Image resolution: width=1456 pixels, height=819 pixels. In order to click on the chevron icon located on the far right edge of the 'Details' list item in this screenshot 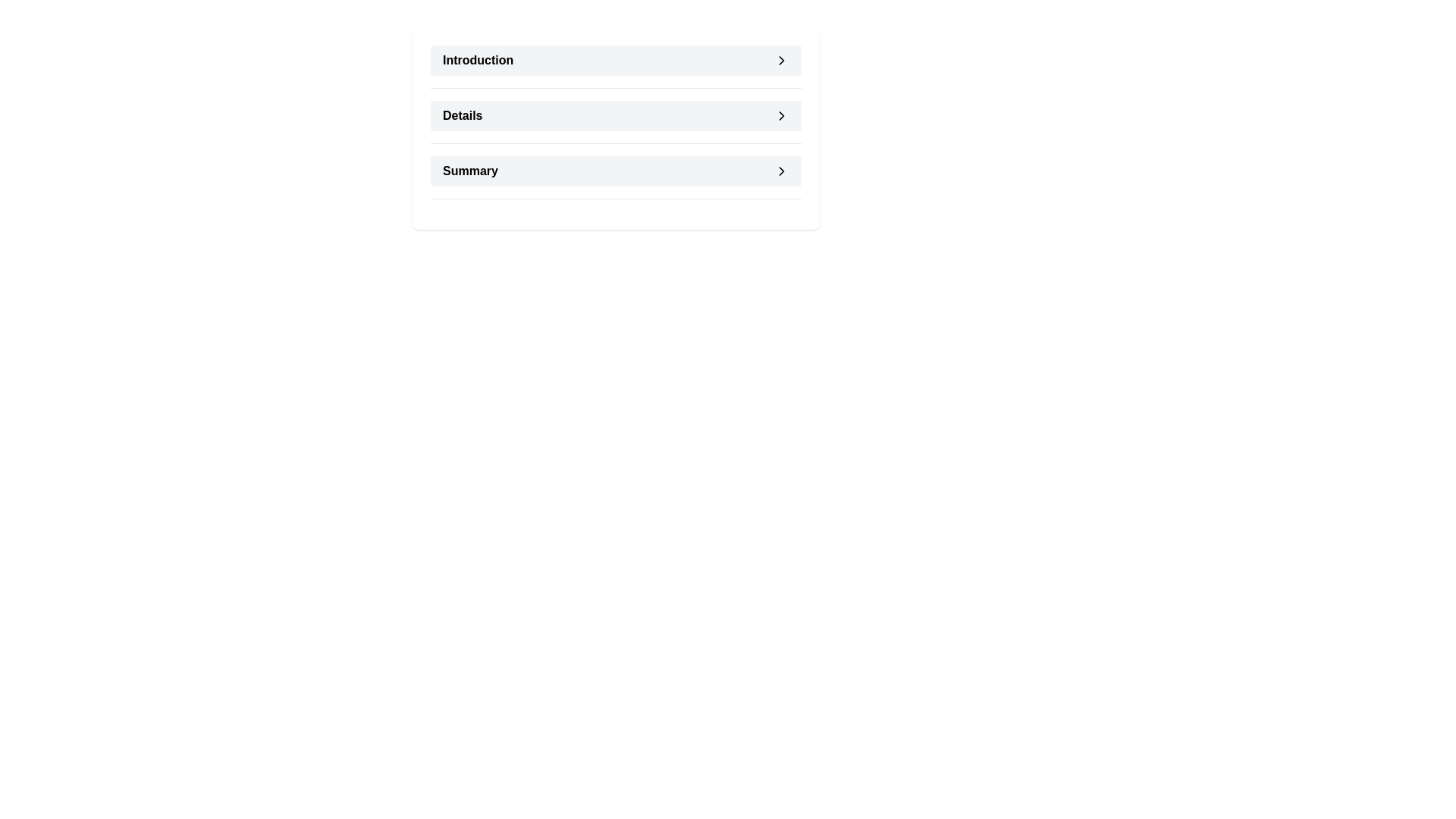, I will do `click(782, 115)`.